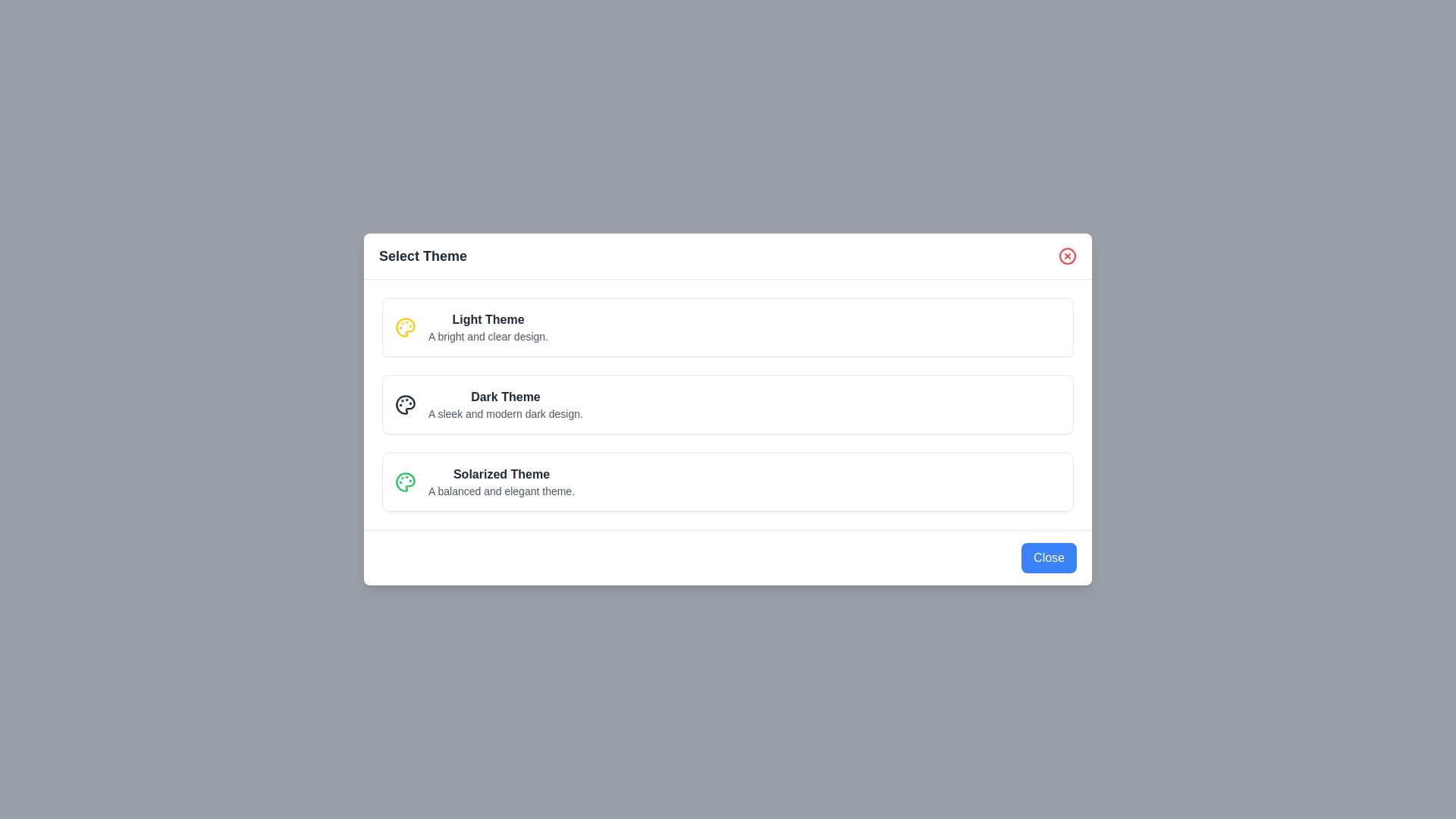 This screenshot has height=819, width=1456. What do you see at coordinates (1047, 558) in the screenshot?
I see `the 'Close' button to close the dialog` at bounding box center [1047, 558].